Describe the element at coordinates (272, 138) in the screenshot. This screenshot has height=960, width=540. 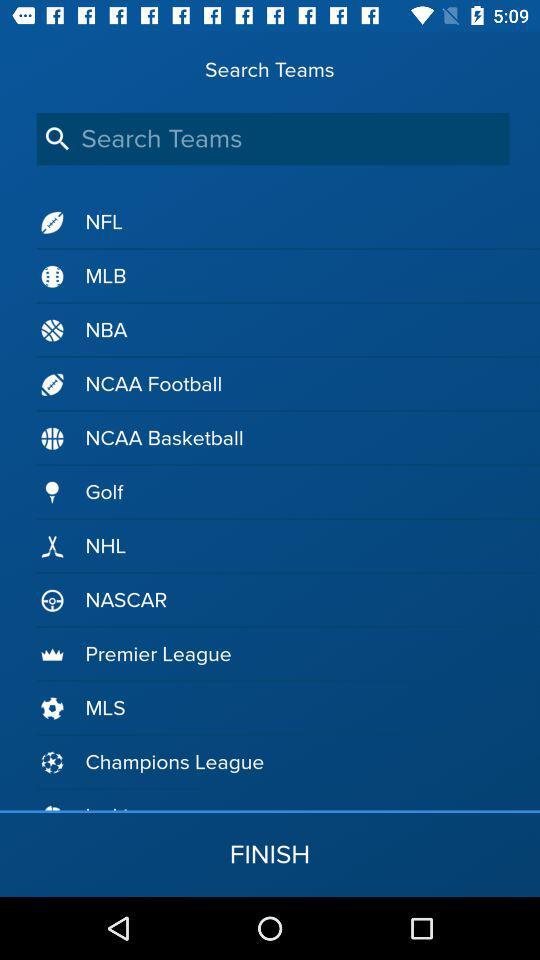
I see `perform a search` at that location.